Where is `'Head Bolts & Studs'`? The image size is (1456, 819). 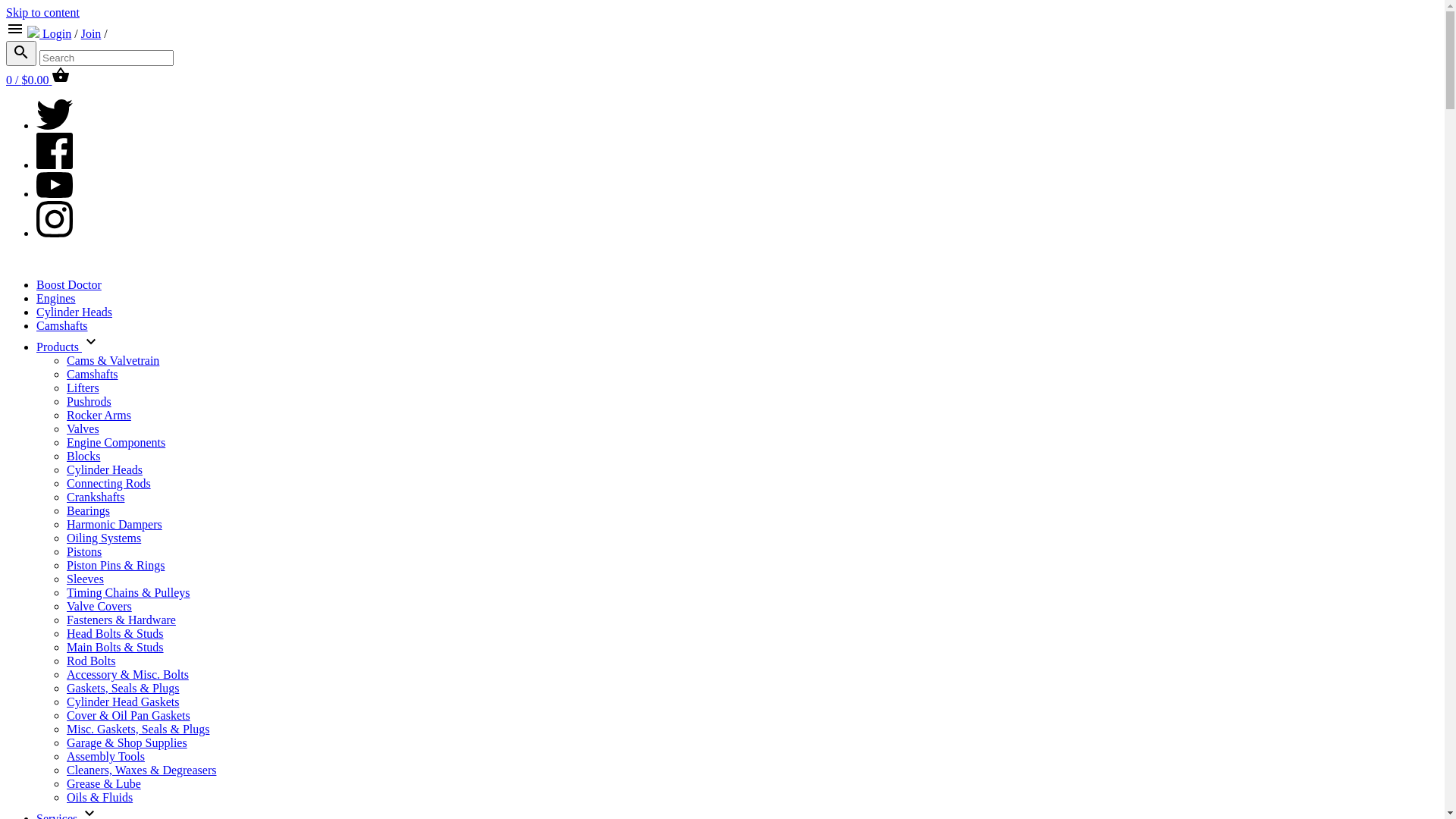
'Head Bolts & Studs' is located at coordinates (115, 633).